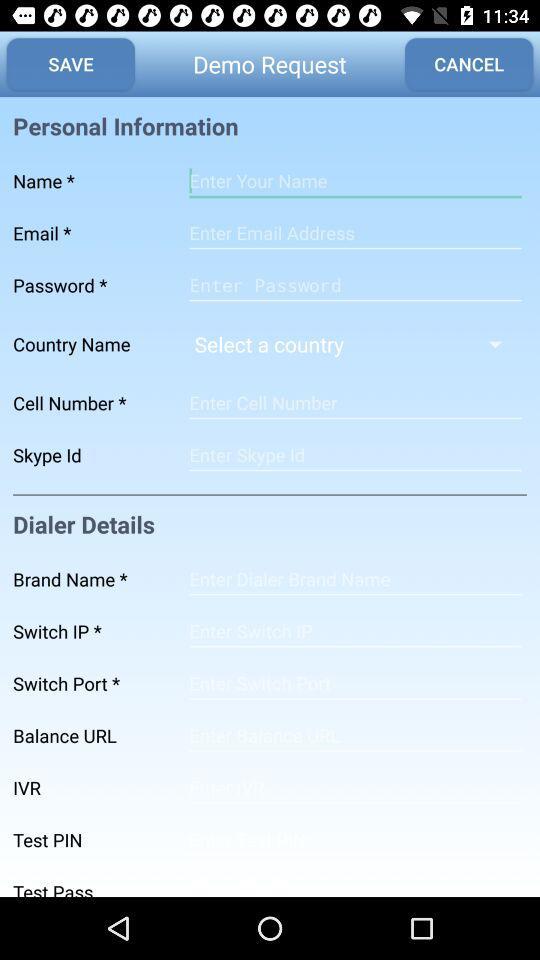  I want to click on ivr, so click(354, 788).